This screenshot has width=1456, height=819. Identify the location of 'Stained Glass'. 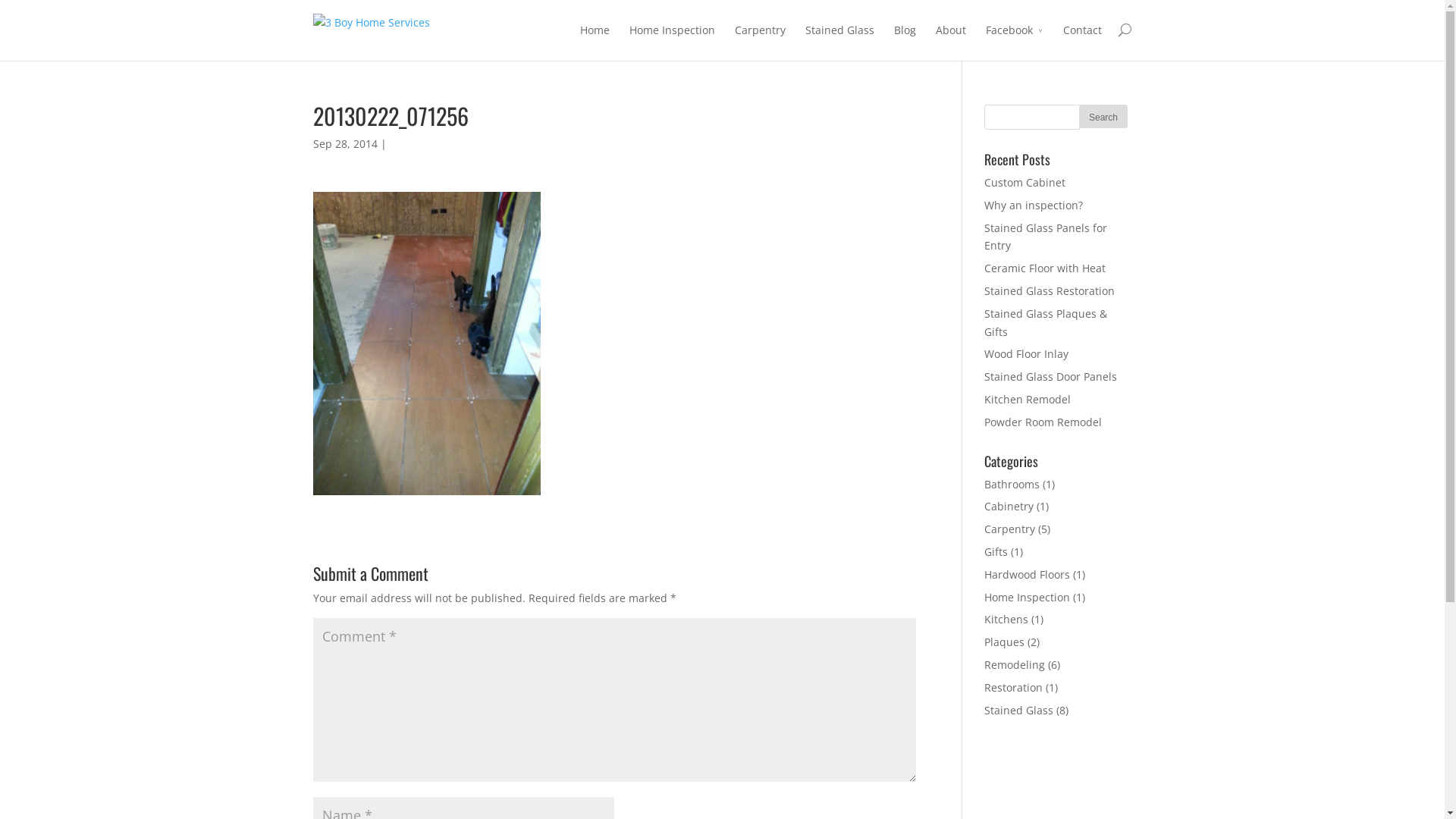
(839, 40).